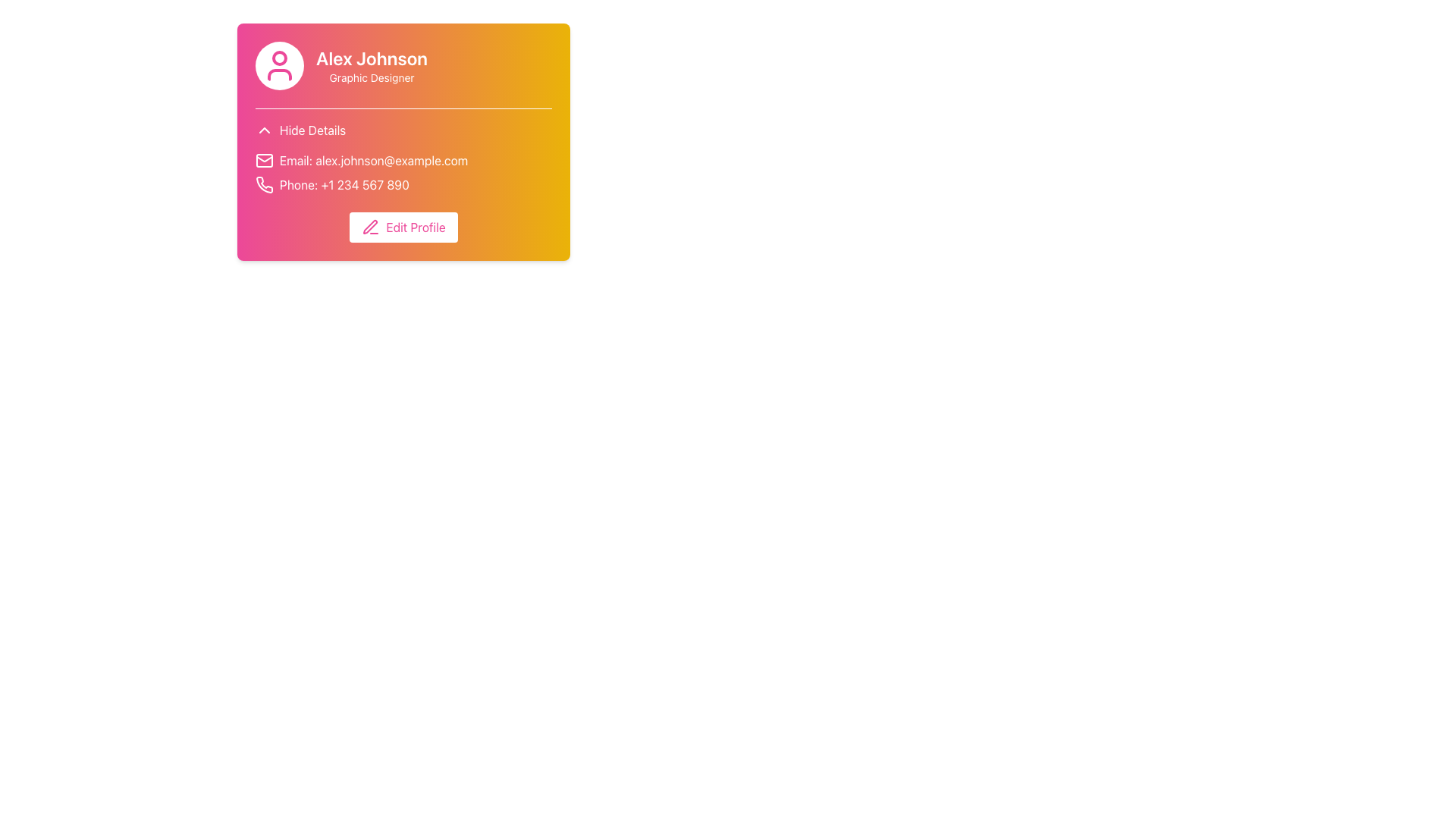  What do you see at coordinates (265, 161) in the screenshot?
I see `the inner envelope of the mail icon located centrally within the user detail card above the contact information to initiate potential actions` at bounding box center [265, 161].